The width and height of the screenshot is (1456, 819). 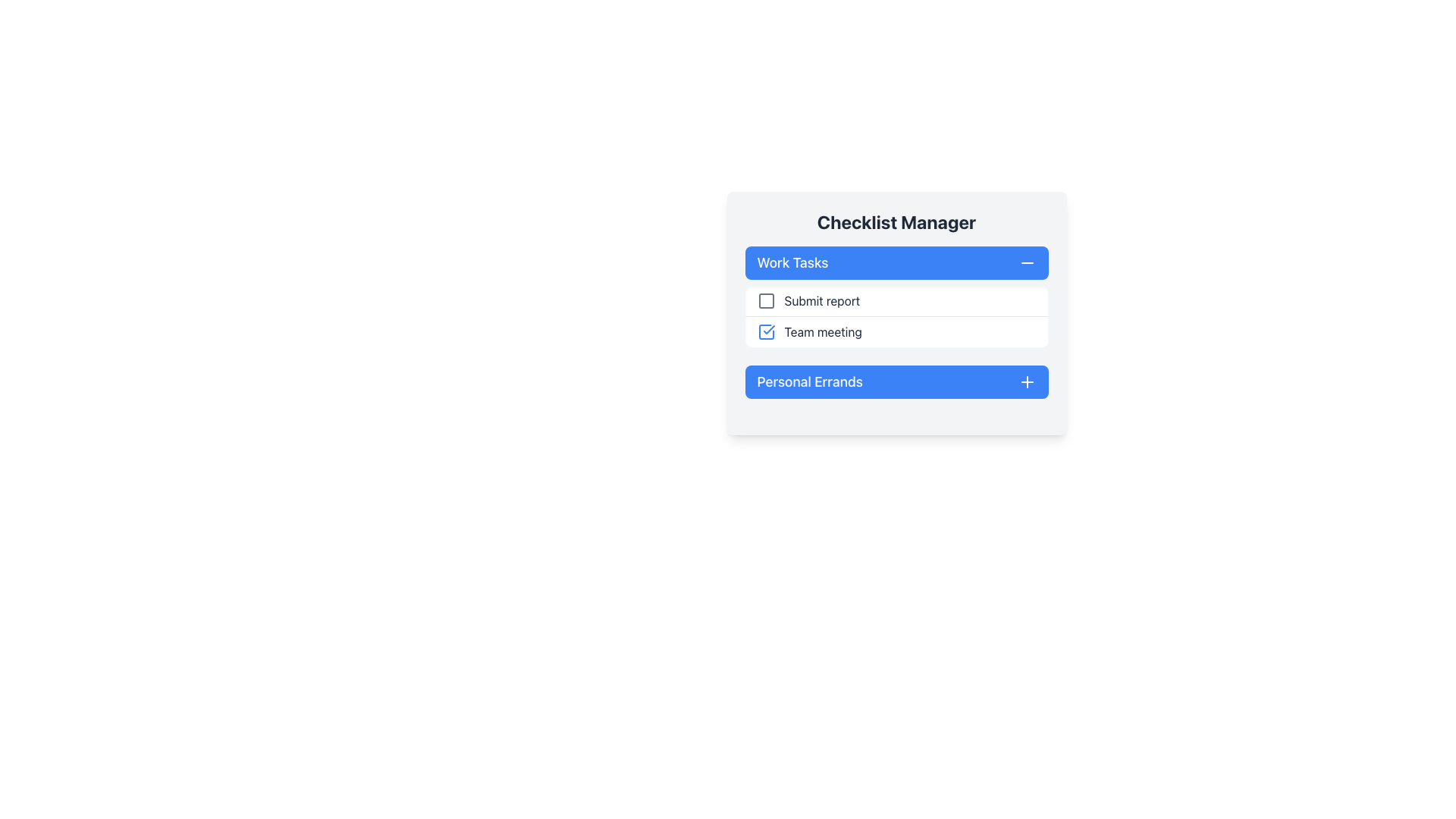 I want to click on the second row in the checklist titled 'Team meeting', so click(x=896, y=331).